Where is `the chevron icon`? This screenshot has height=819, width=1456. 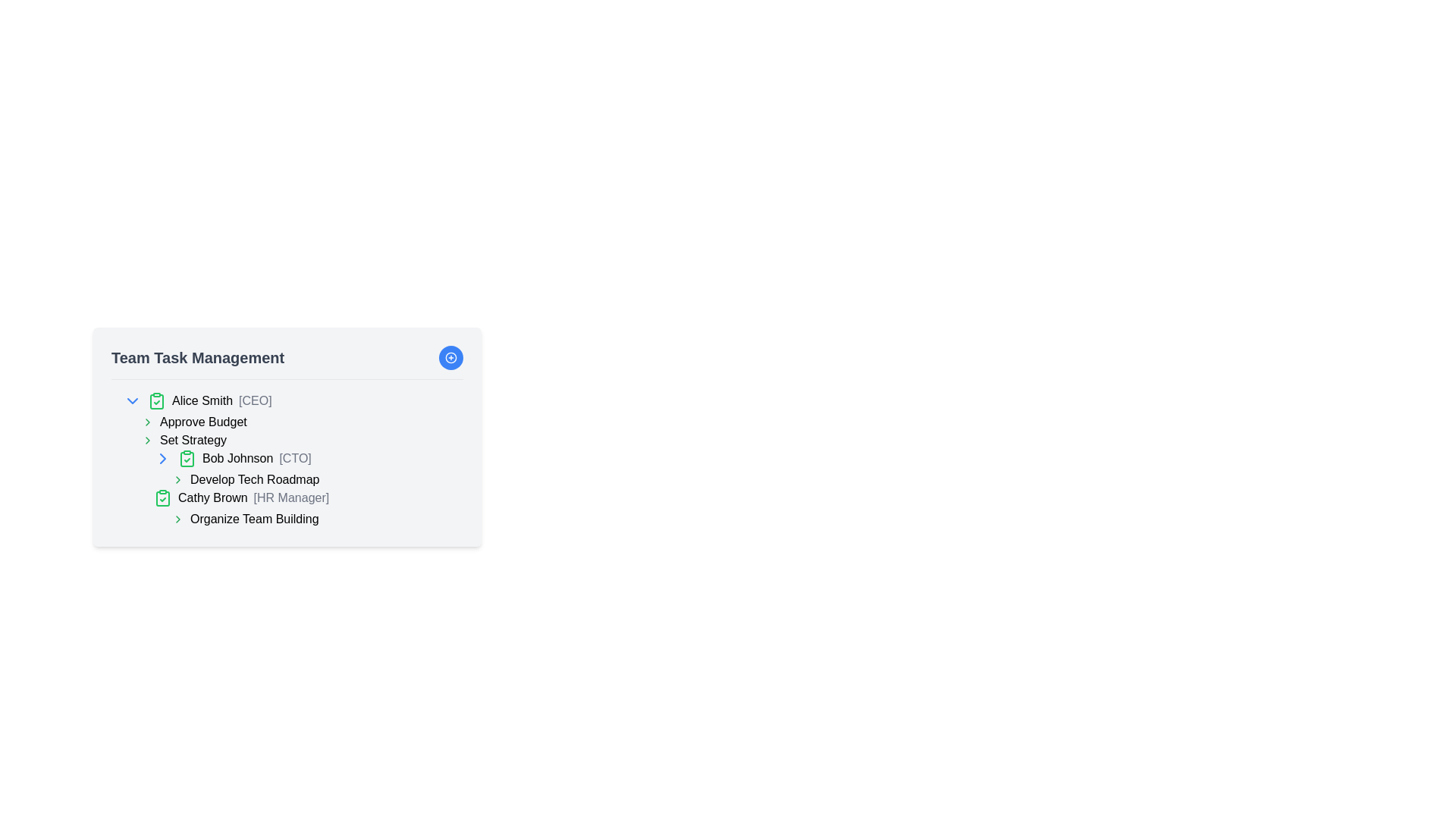
the chevron icon is located at coordinates (148, 422).